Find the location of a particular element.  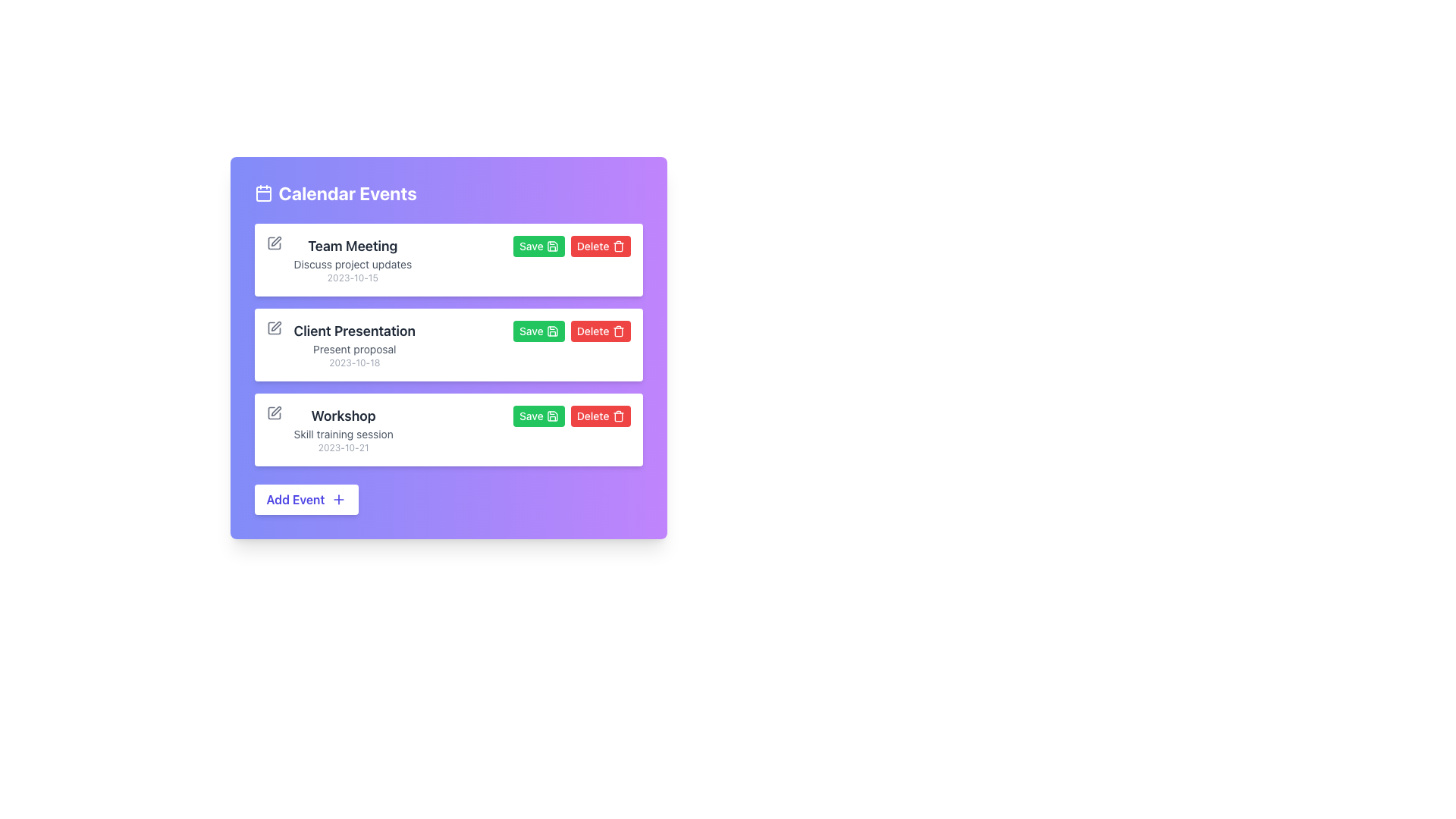

the static text element displaying 'Discuss project updates', which is positioned between the title 'Team Meeting' and the date '2023-10-15' is located at coordinates (352, 263).